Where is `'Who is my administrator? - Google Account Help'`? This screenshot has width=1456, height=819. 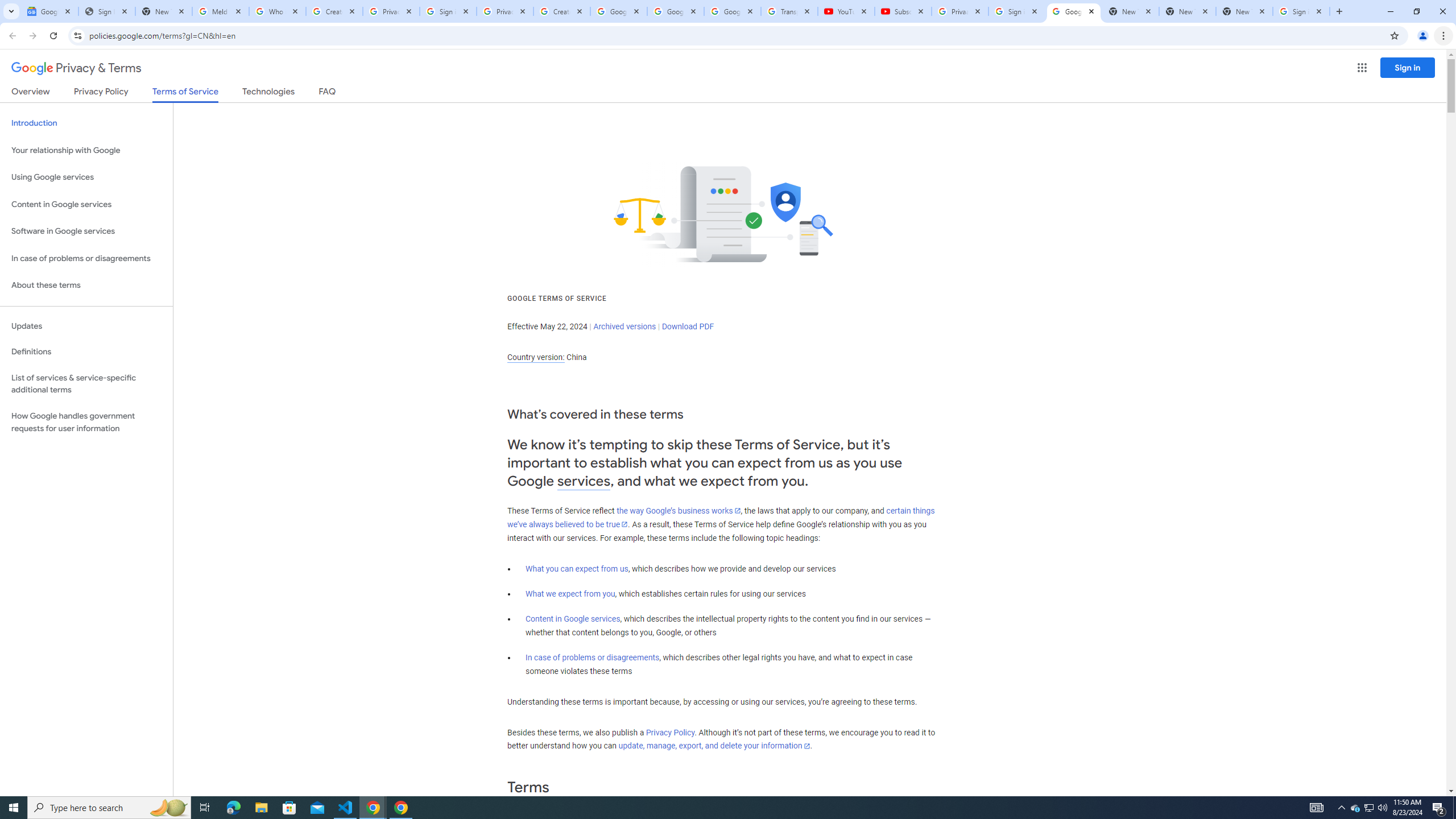
'Who is my administrator? - Google Account Help' is located at coordinates (278, 11).